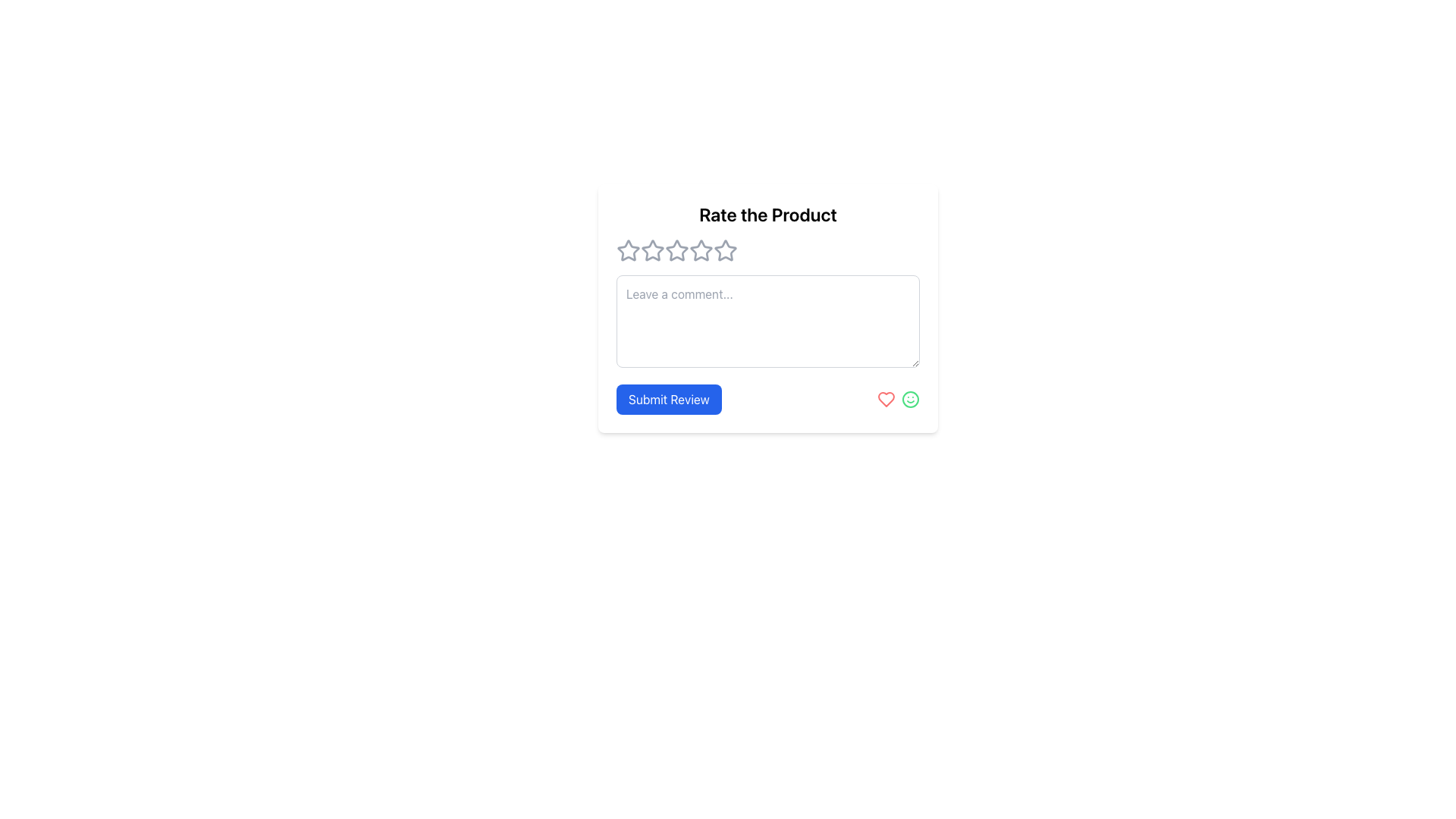 This screenshot has width=1456, height=819. What do you see at coordinates (701, 249) in the screenshot?
I see `the second star icon in the rating system located between the 'Rate the Product' heading and the comment input field` at bounding box center [701, 249].